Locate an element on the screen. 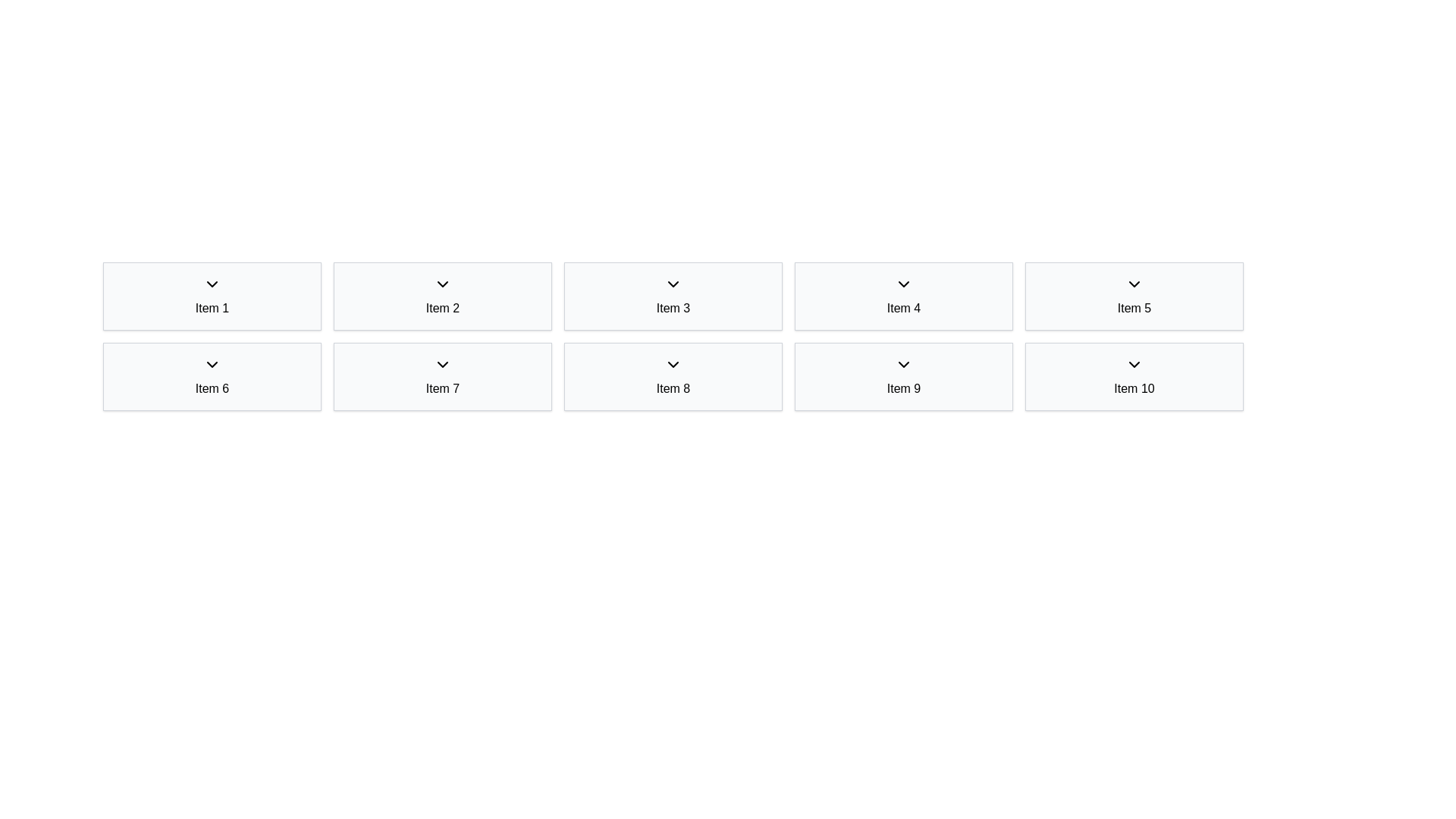 This screenshot has width=1456, height=819. the interactive card representing 'Item 2' located is located at coordinates (442, 296).